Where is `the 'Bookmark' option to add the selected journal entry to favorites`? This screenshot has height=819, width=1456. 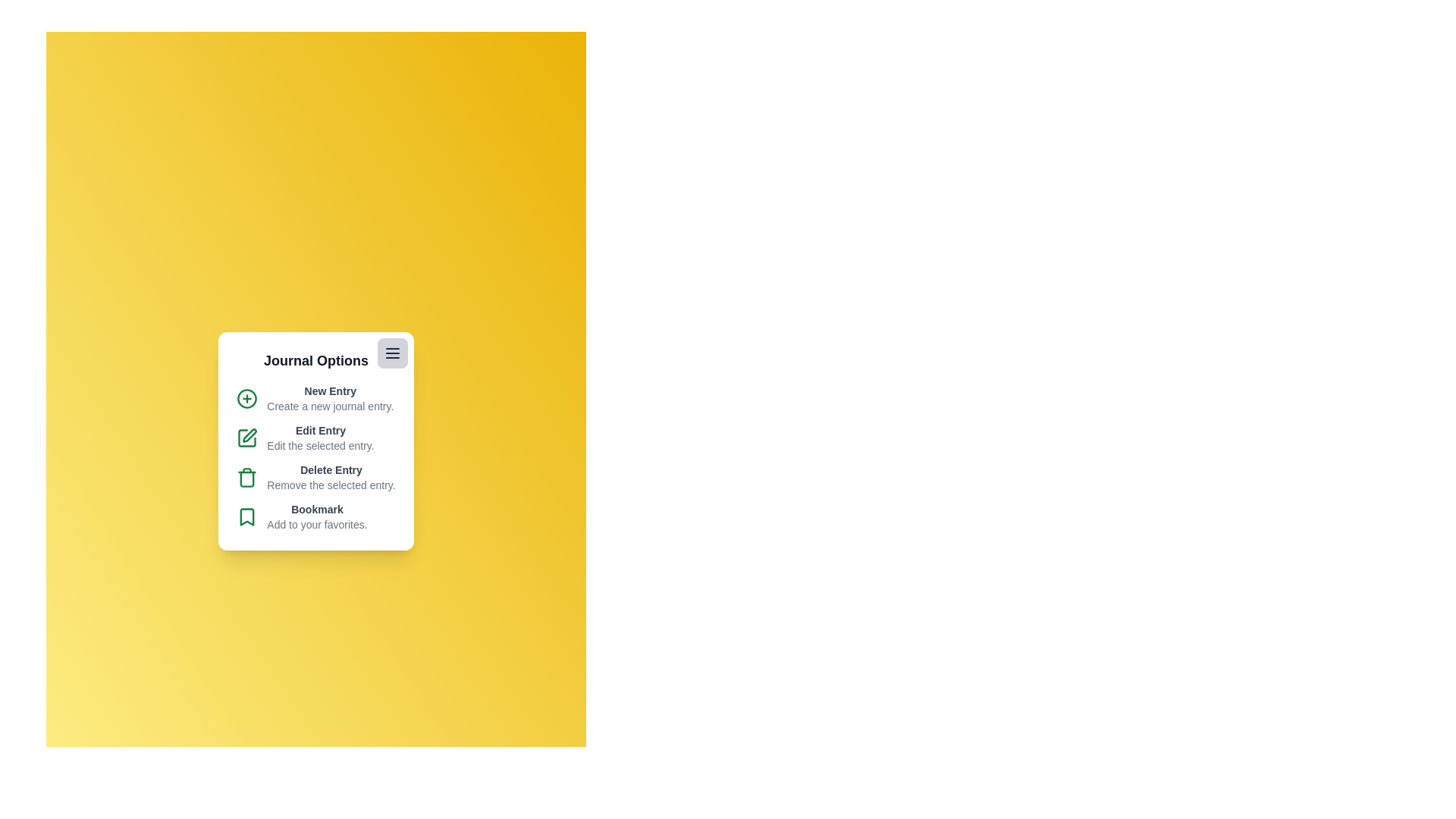
the 'Bookmark' option to add the selected journal entry to favorites is located at coordinates (315, 516).